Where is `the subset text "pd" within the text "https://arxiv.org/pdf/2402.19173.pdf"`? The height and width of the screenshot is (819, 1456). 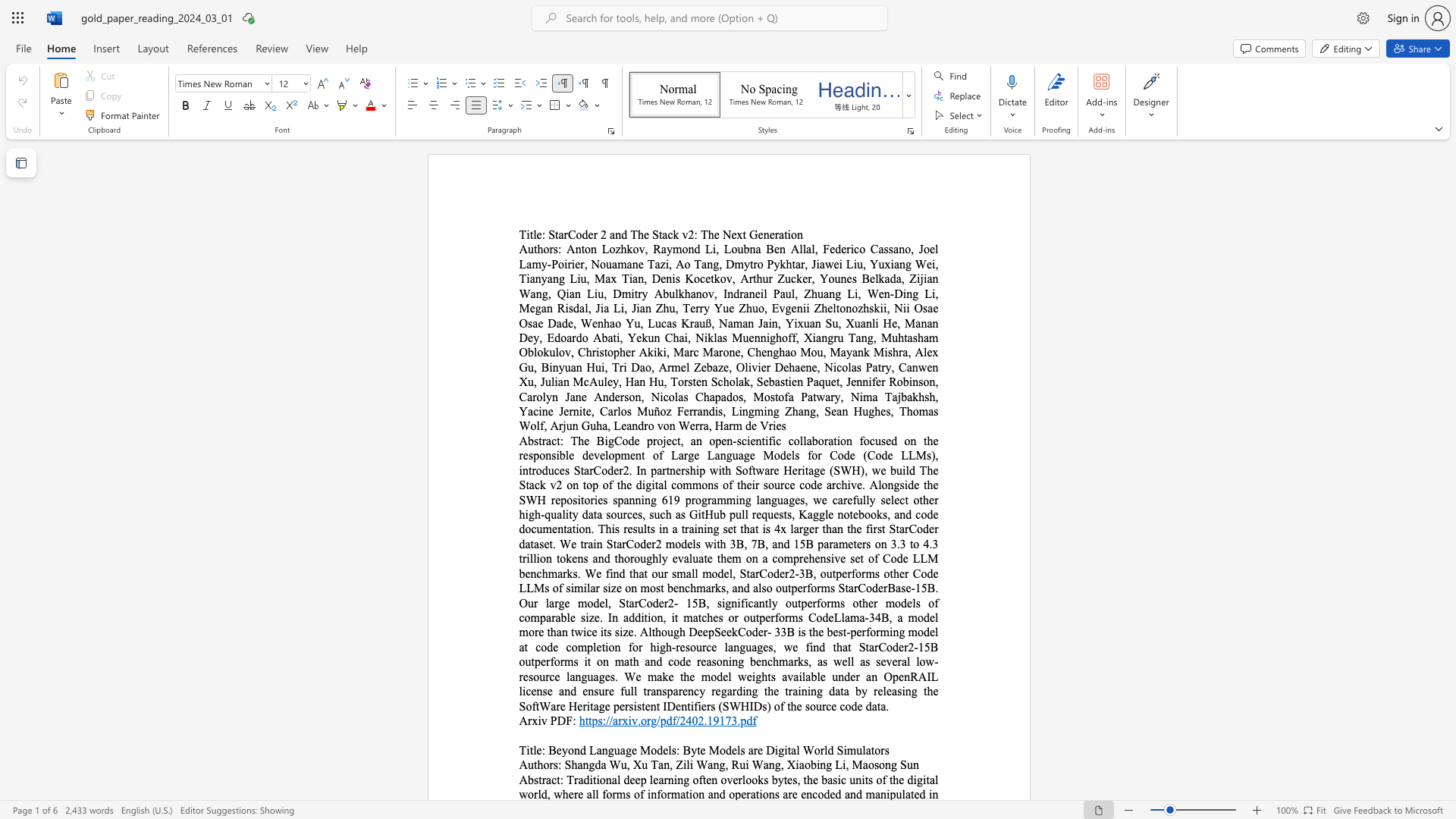 the subset text "pd" within the text "https://arxiv.org/pdf/2402.19173.pdf" is located at coordinates (740, 720).